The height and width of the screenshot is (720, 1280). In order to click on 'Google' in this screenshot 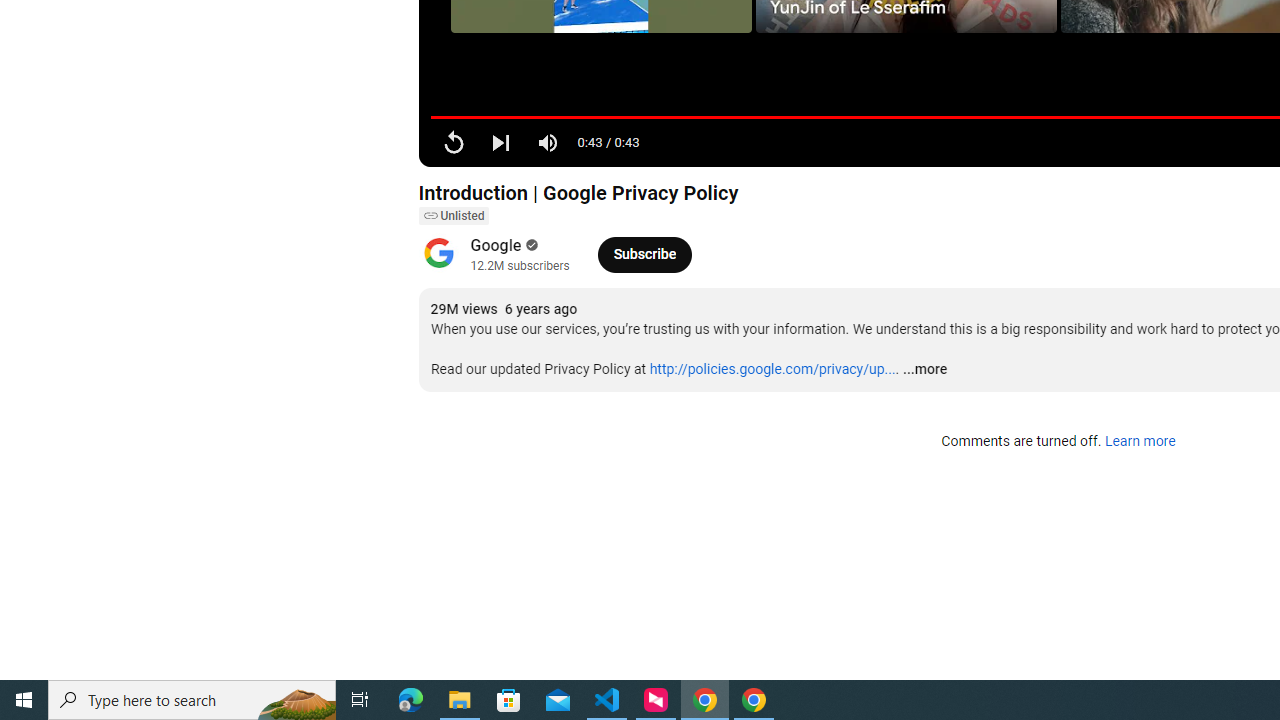, I will do `click(496, 244)`.